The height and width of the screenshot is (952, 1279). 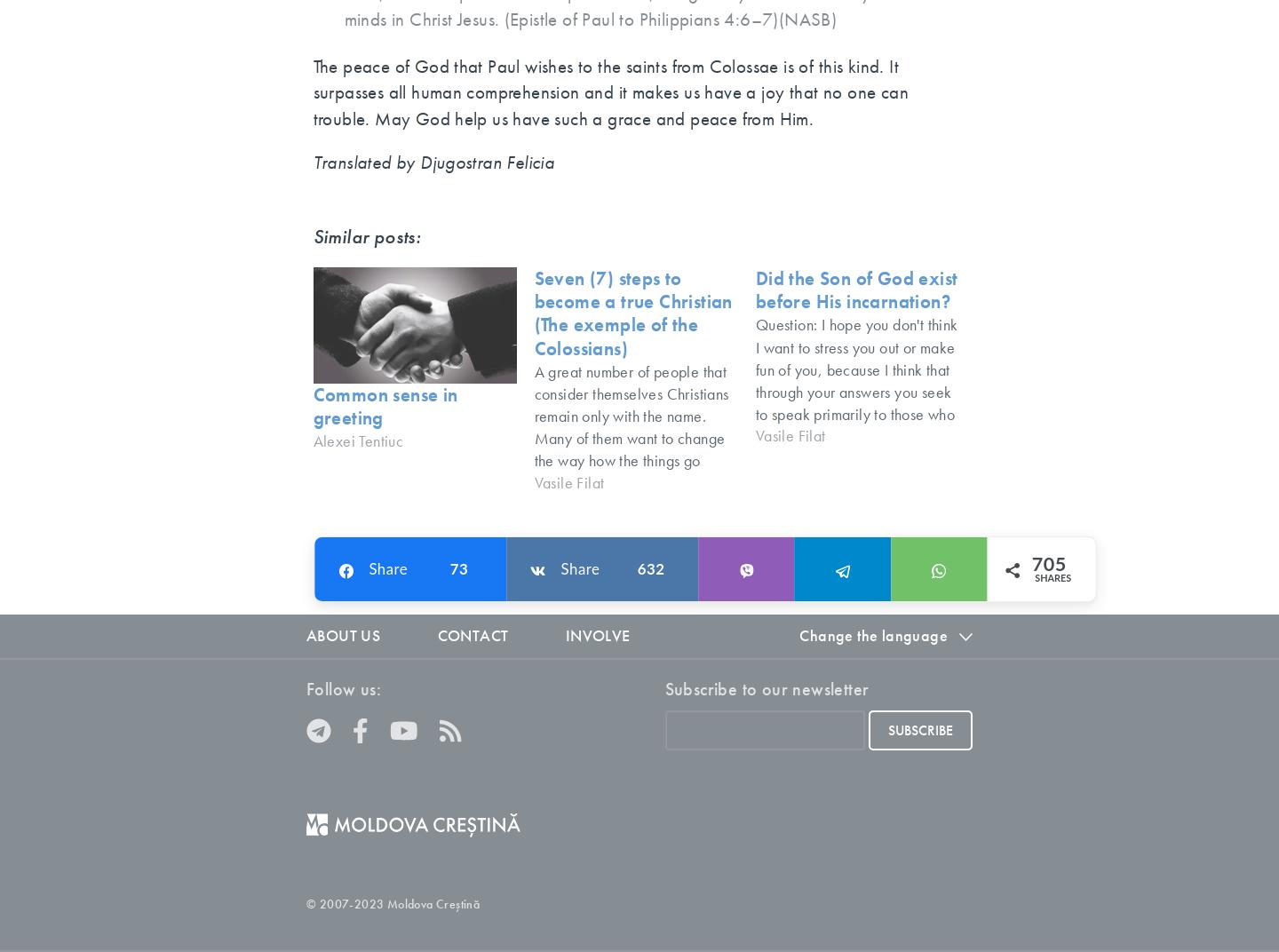 I want to click on 'Involve', so click(x=564, y=633).